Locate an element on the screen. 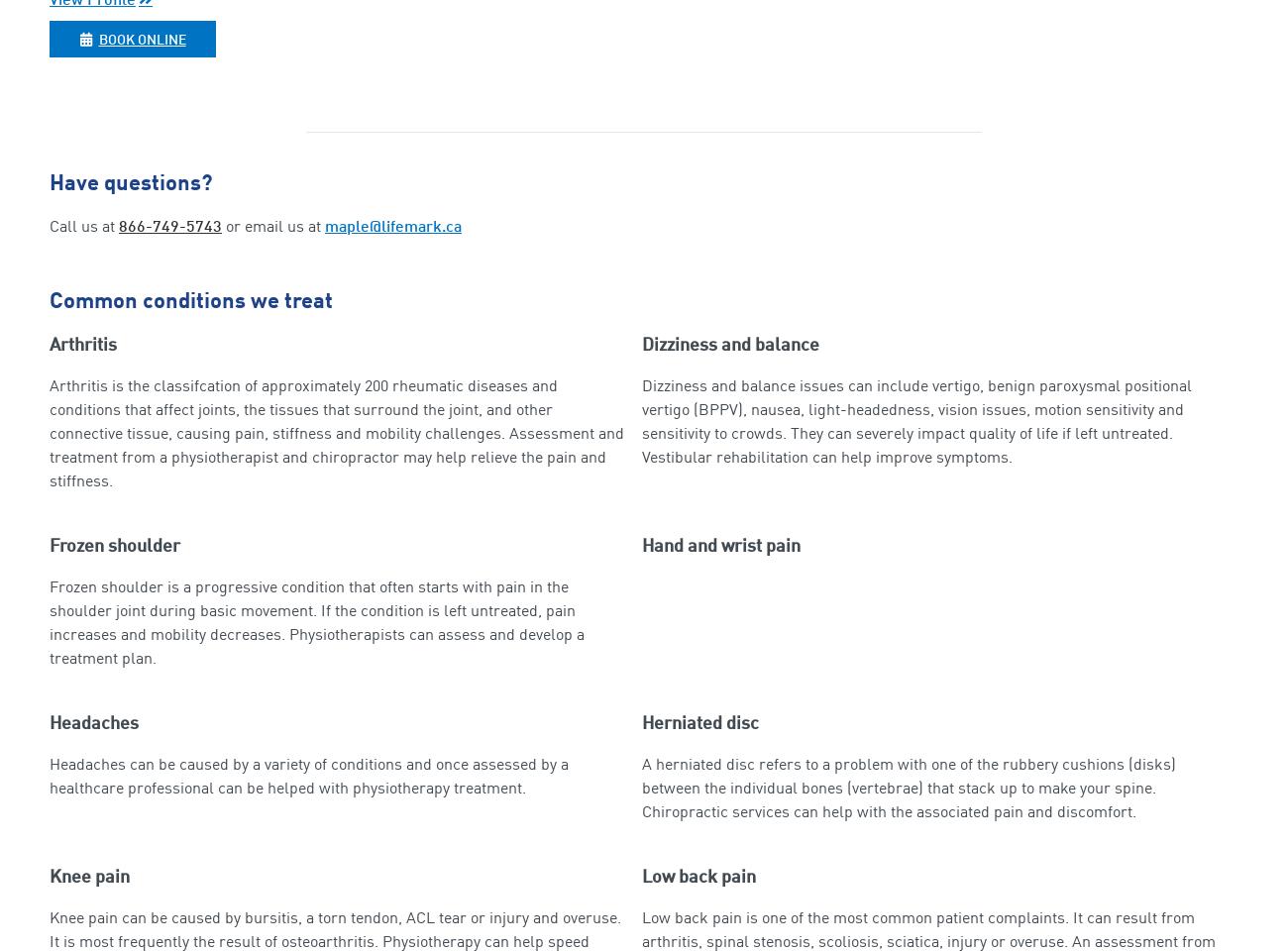  'Languages: English' is located at coordinates (49, 68).